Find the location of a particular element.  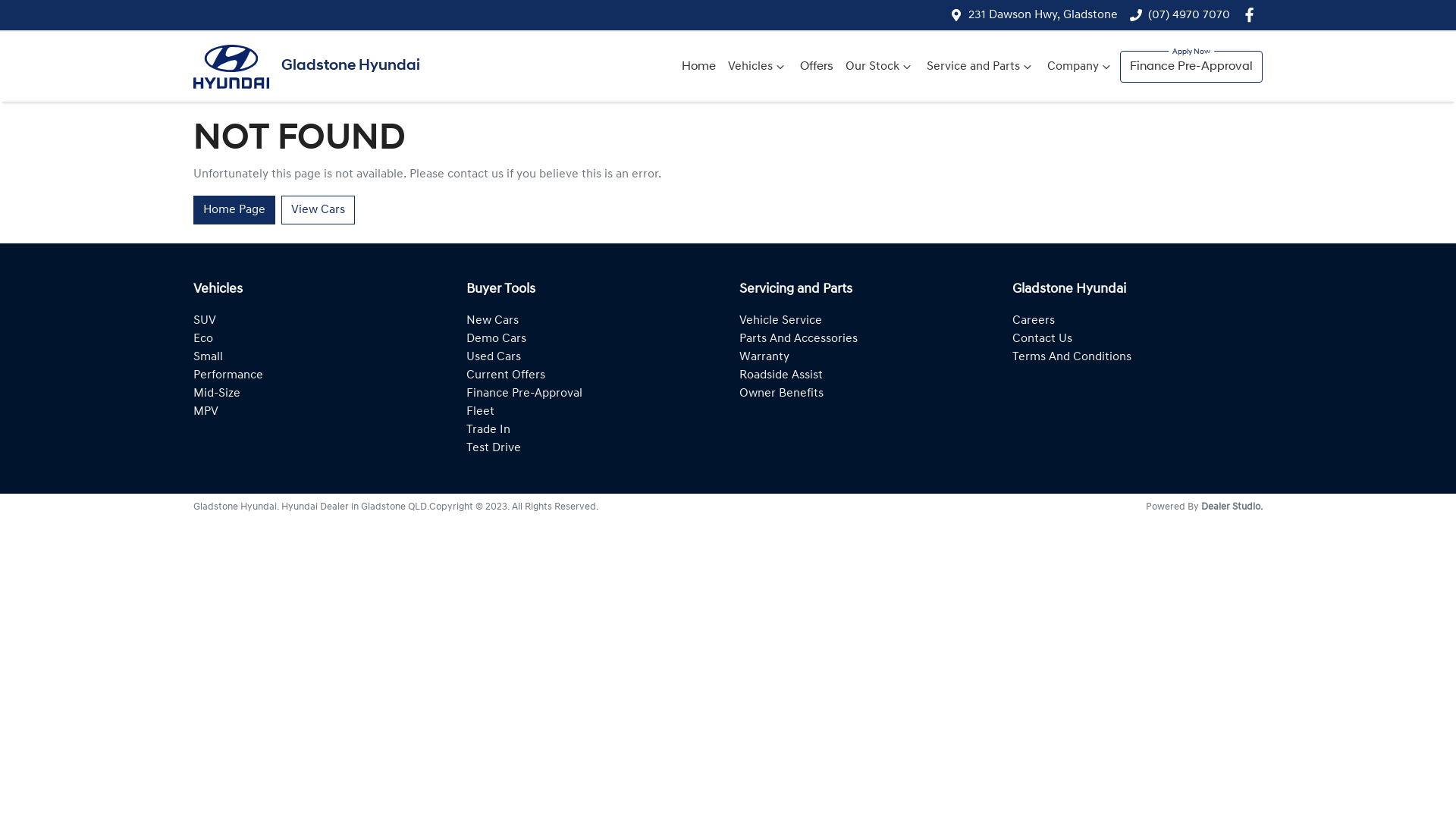

'Our Stock' is located at coordinates (880, 66).